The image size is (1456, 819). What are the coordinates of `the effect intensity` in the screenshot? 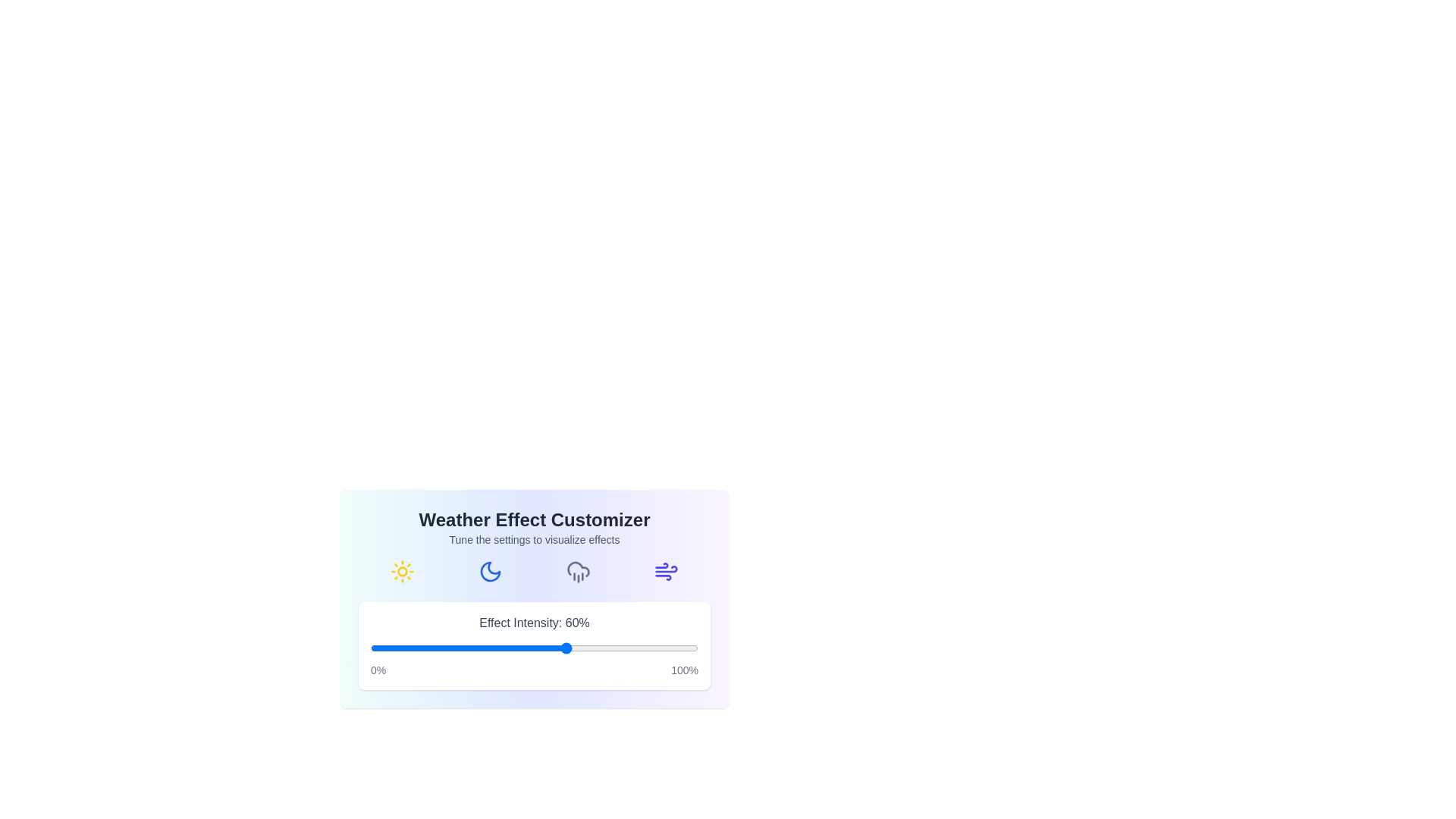 It's located at (613, 648).